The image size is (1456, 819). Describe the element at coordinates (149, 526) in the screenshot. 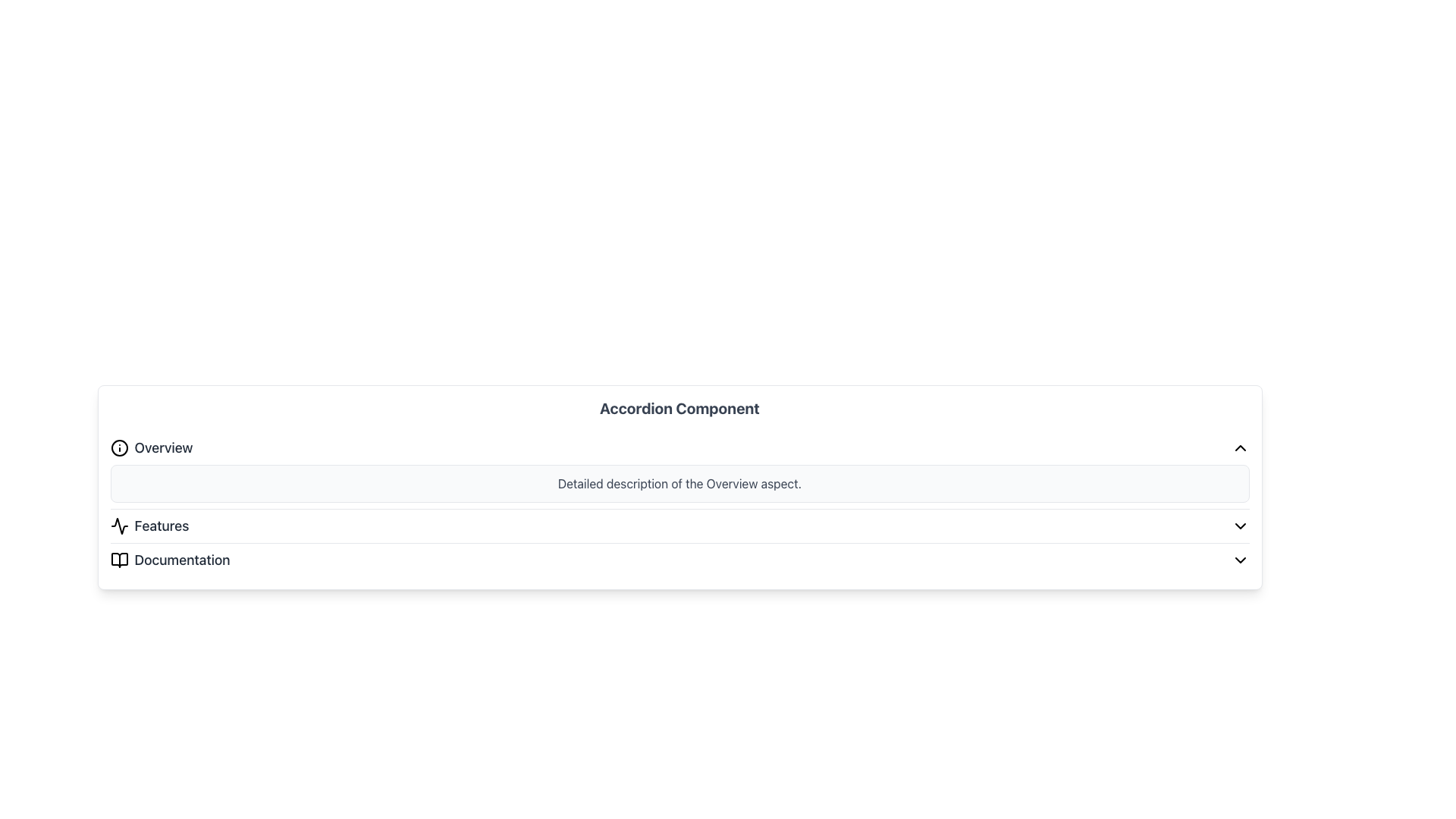

I see `the 'Features' label which is the second item in the vertical list of 'Overview', 'Features', and 'Documentation', and is visually represented with a bold font next to a waveform icon` at that location.